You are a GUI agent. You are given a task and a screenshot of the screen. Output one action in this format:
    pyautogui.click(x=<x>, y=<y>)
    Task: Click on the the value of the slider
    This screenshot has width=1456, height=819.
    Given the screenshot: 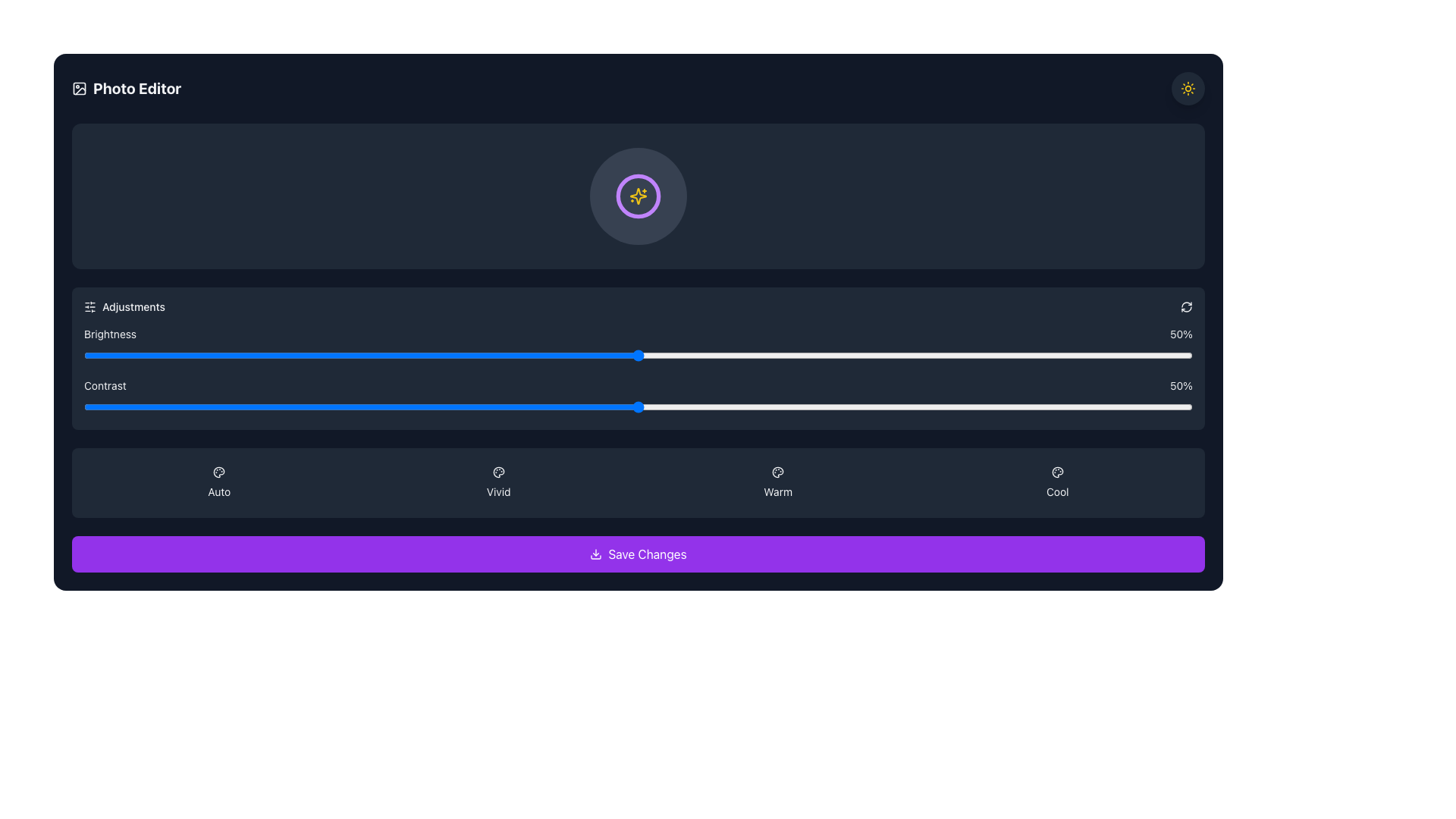 What is the action you would take?
    pyautogui.click(x=893, y=406)
    